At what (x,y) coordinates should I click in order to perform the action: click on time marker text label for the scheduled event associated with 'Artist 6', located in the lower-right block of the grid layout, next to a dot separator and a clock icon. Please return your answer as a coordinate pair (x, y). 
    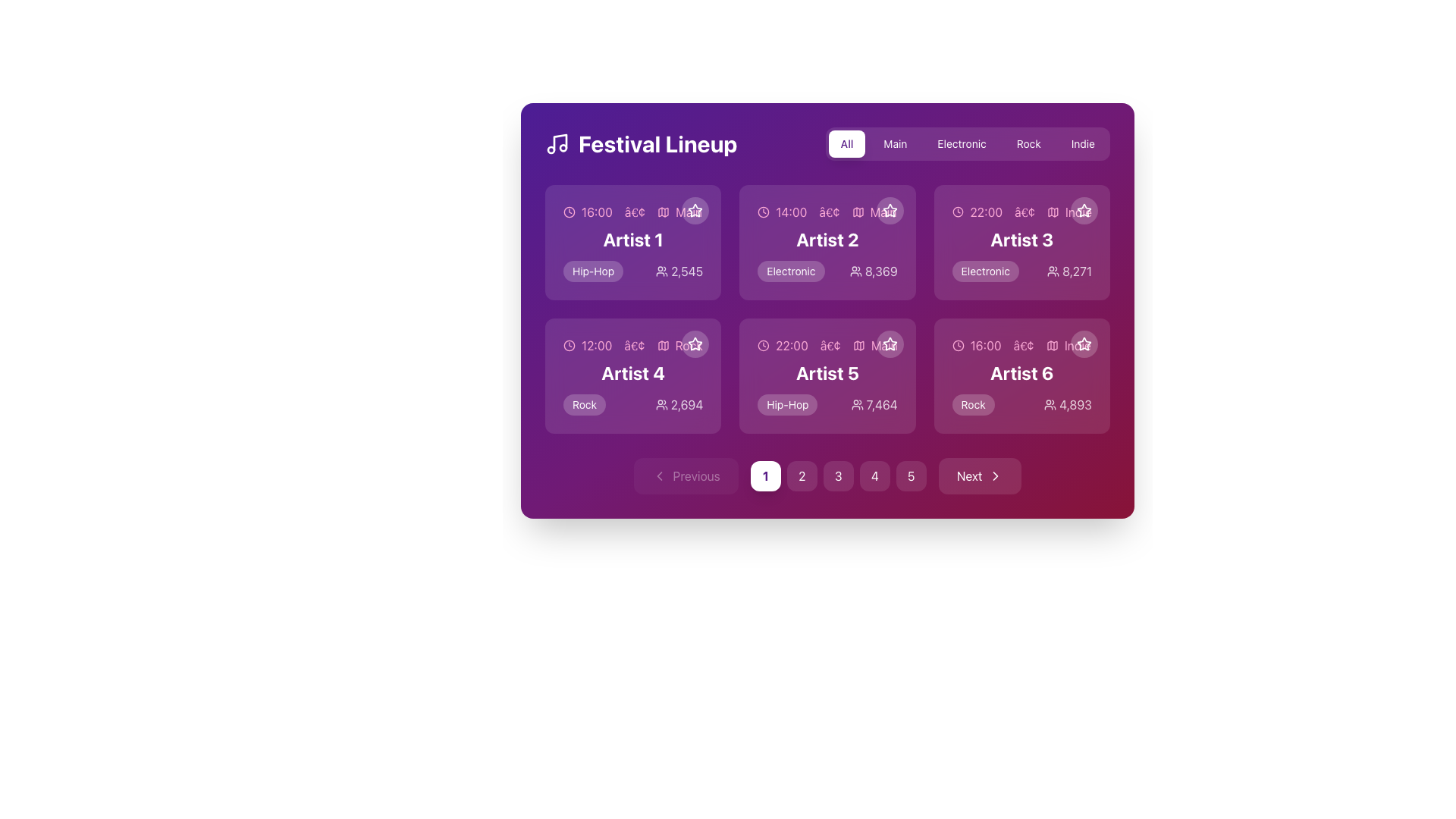
    Looking at the image, I should click on (986, 345).